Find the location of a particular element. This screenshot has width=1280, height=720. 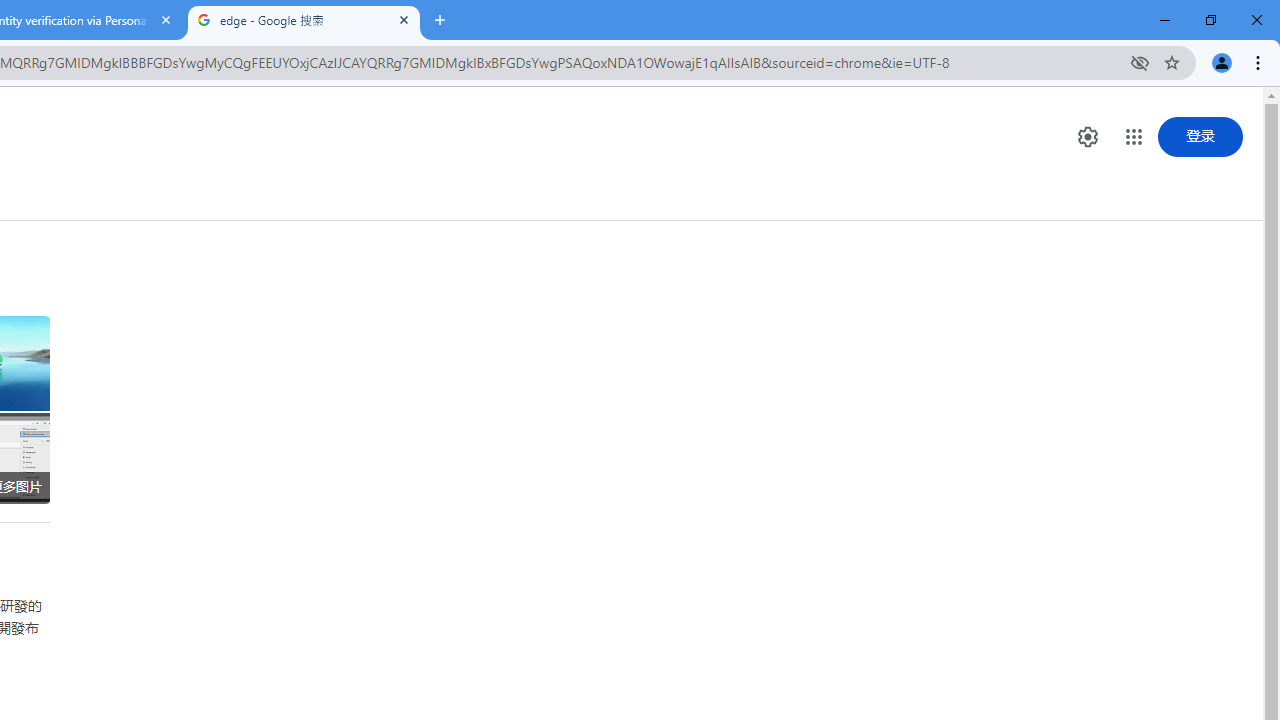

'Third-party cookies blocked' is located at coordinates (1139, 61).